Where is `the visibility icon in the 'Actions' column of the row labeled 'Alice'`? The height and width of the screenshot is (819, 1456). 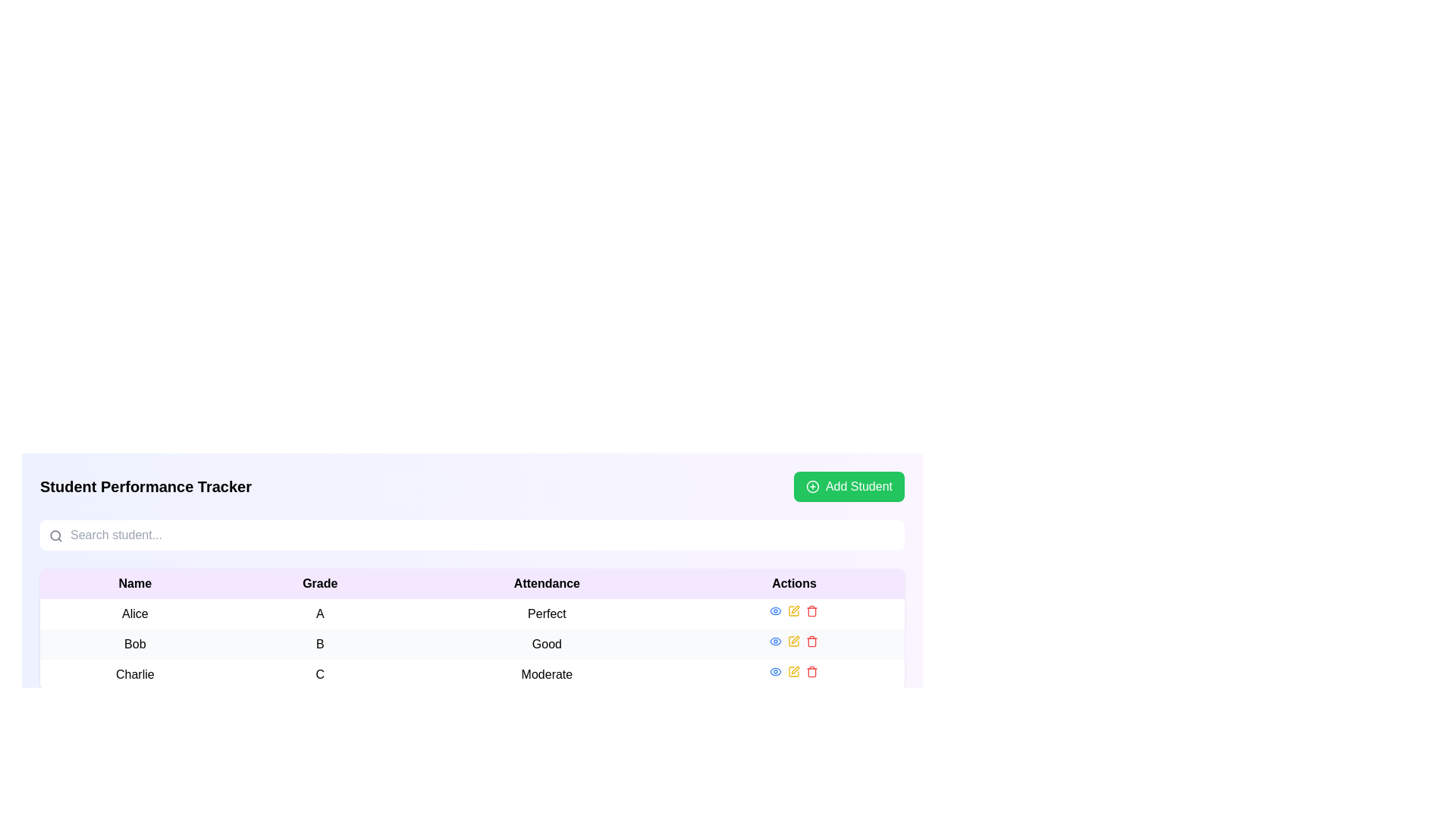
the visibility icon in the 'Actions' column of the row labeled 'Alice' is located at coordinates (776, 641).